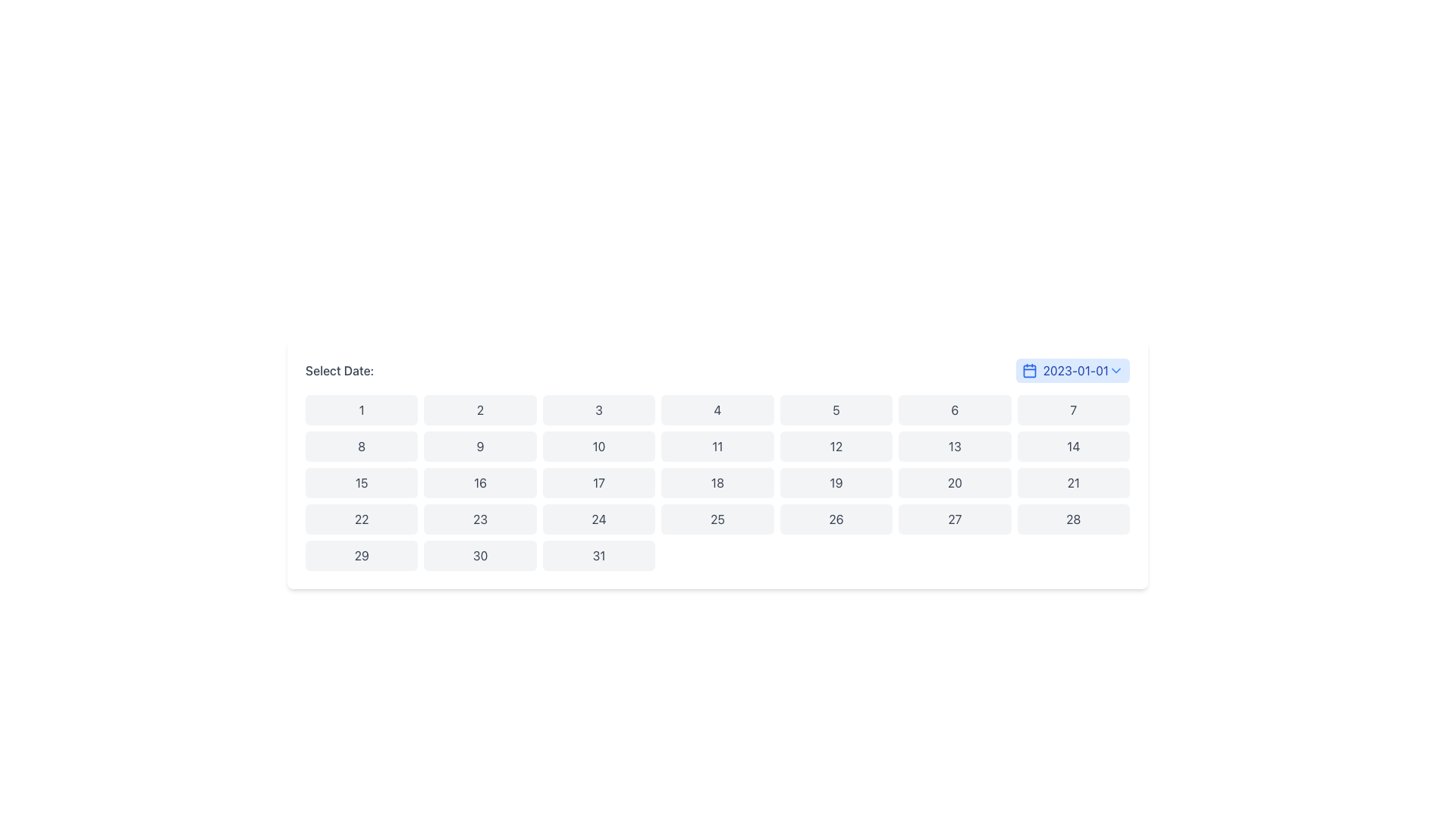  What do you see at coordinates (598, 519) in the screenshot?
I see `the button displaying '24' in a bold, dark gray font, which is part of a calendar grid layout and changes to a light blue background when hovered` at bounding box center [598, 519].